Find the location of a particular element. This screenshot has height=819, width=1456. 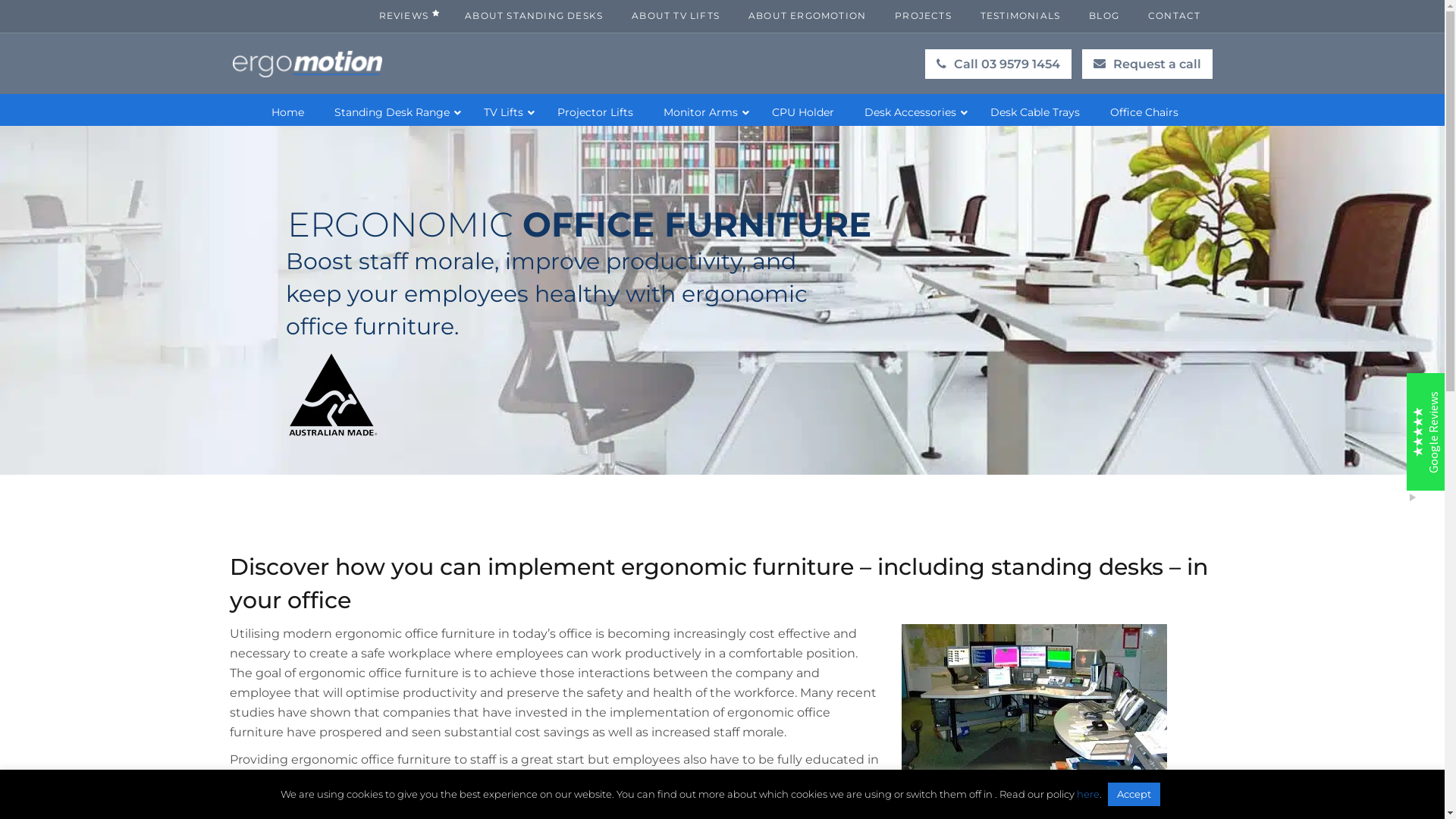

'BLOG' is located at coordinates (1073, 15).